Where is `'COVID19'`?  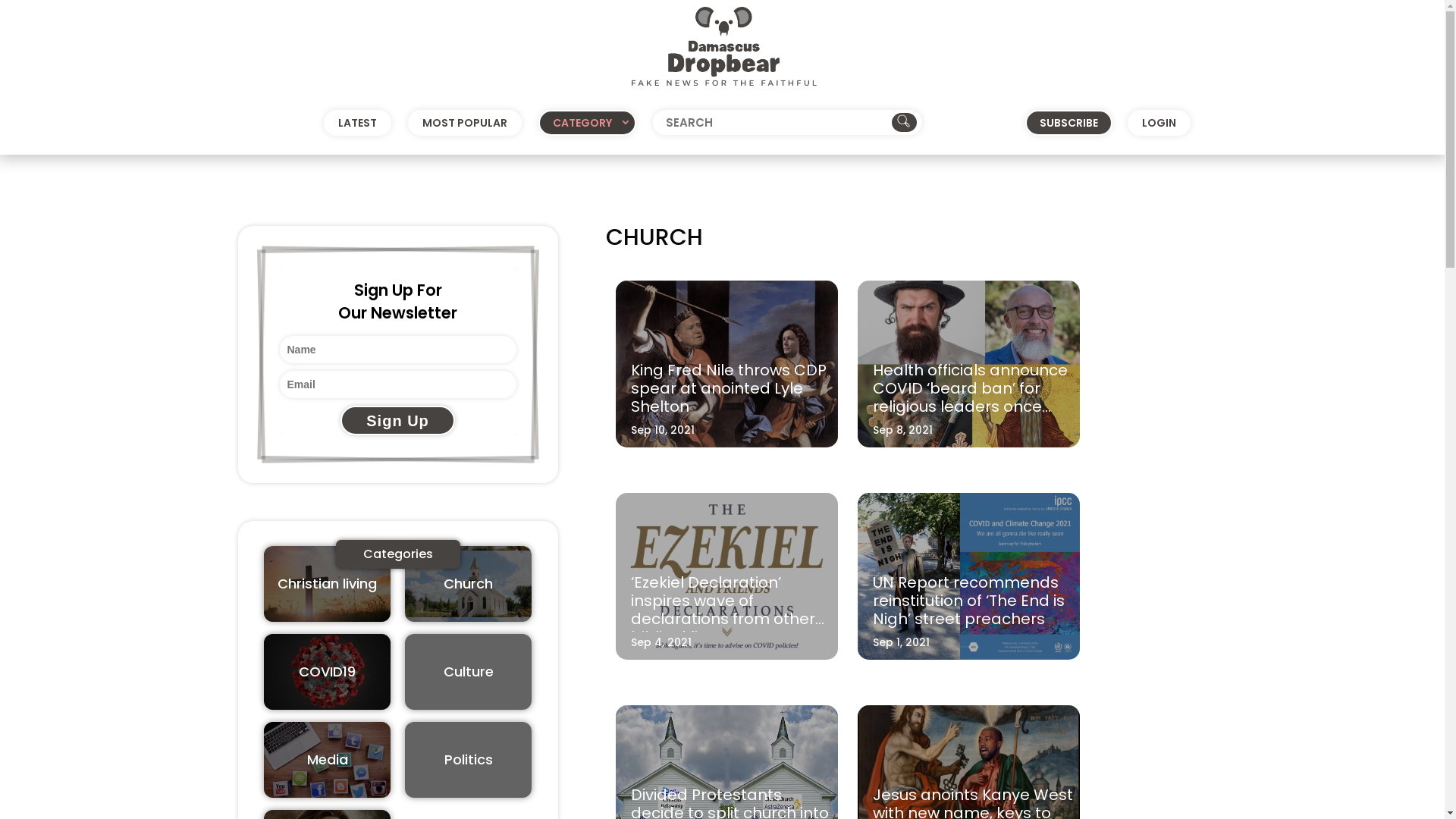
'COVID19' is located at coordinates (326, 671).